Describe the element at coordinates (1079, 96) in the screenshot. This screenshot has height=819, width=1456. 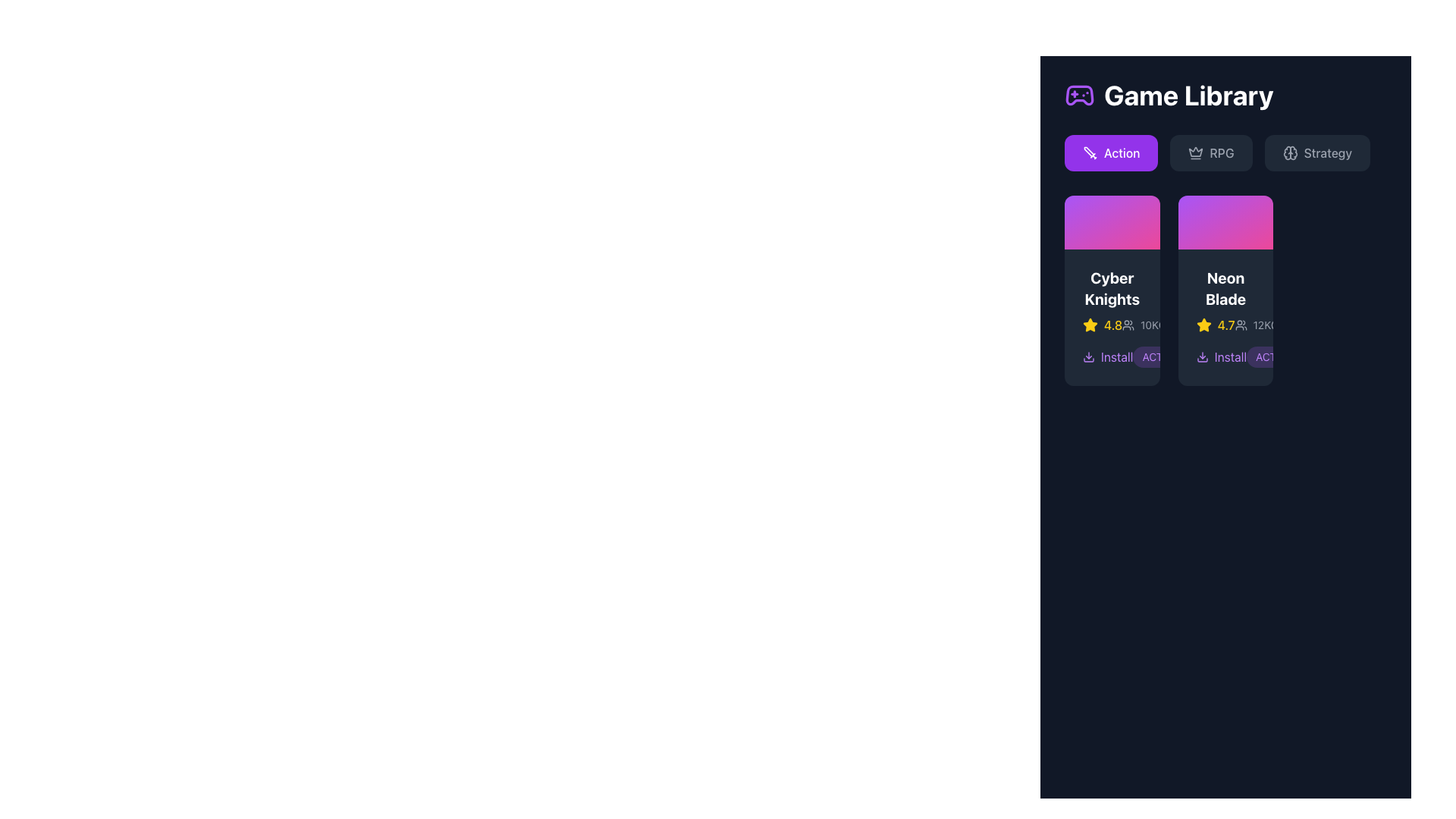
I see `the game library icon located to the left of the 'Game Library' title text, visually representing the game library section` at that location.